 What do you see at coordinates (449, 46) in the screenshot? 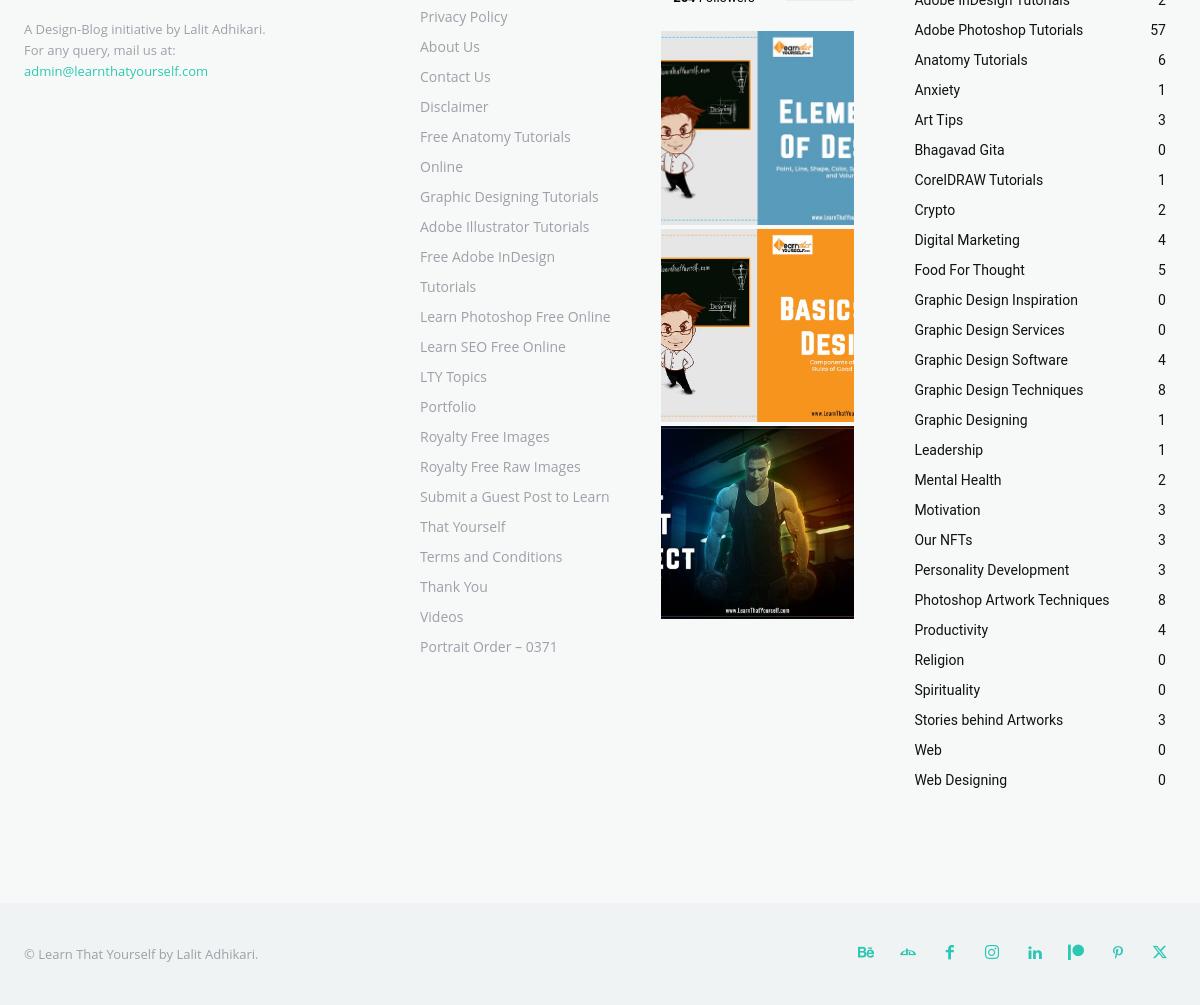
I see `'About Us'` at bounding box center [449, 46].